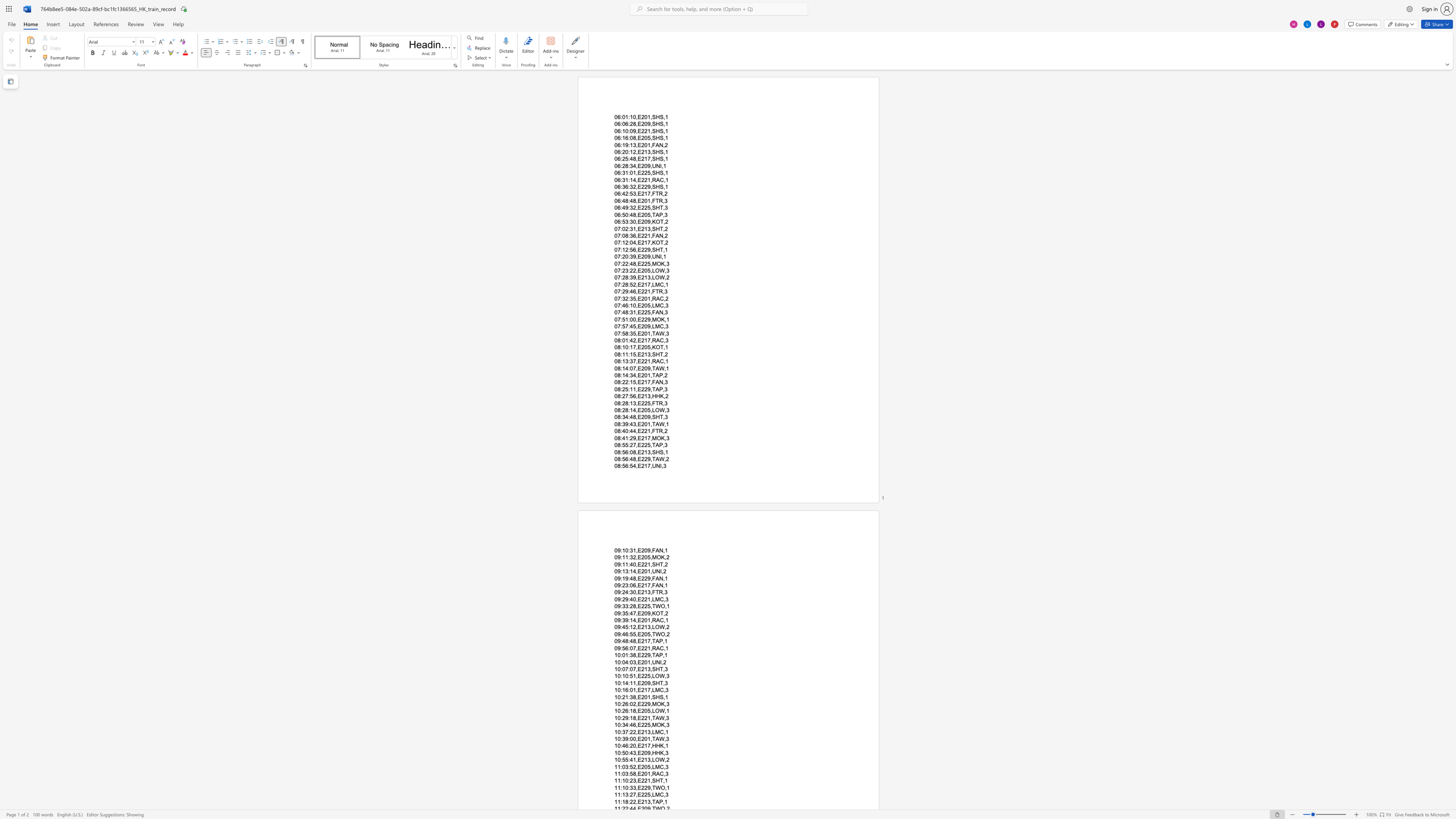 The width and height of the screenshot is (1456, 819). Describe the element at coordinates (625, 242) in the screenshot. I see `the subset text "2:04,E217" within the text "07:12:04,E217,KOT,2"` at that location.